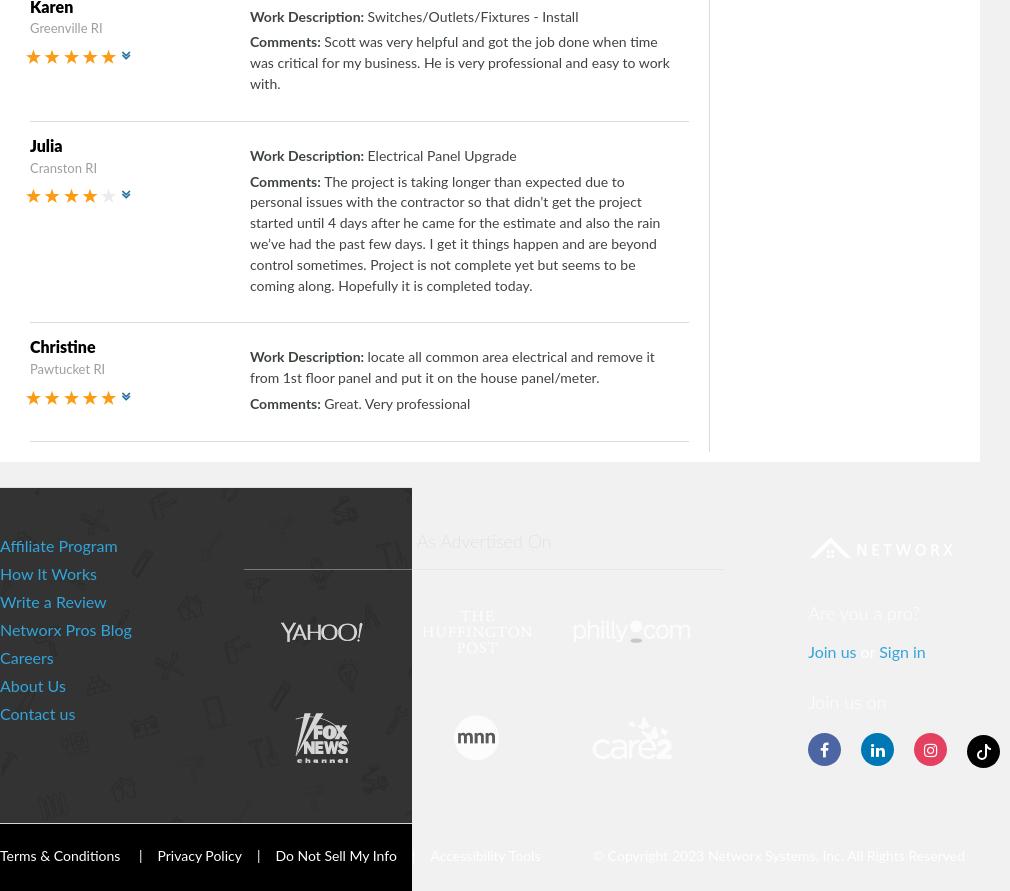 This screenshot has width=1010, height=891. What do you see at coordinates (57, 546) in the screenshot?
I see `'Affiliate Program'` at bounding box center [57, 546].